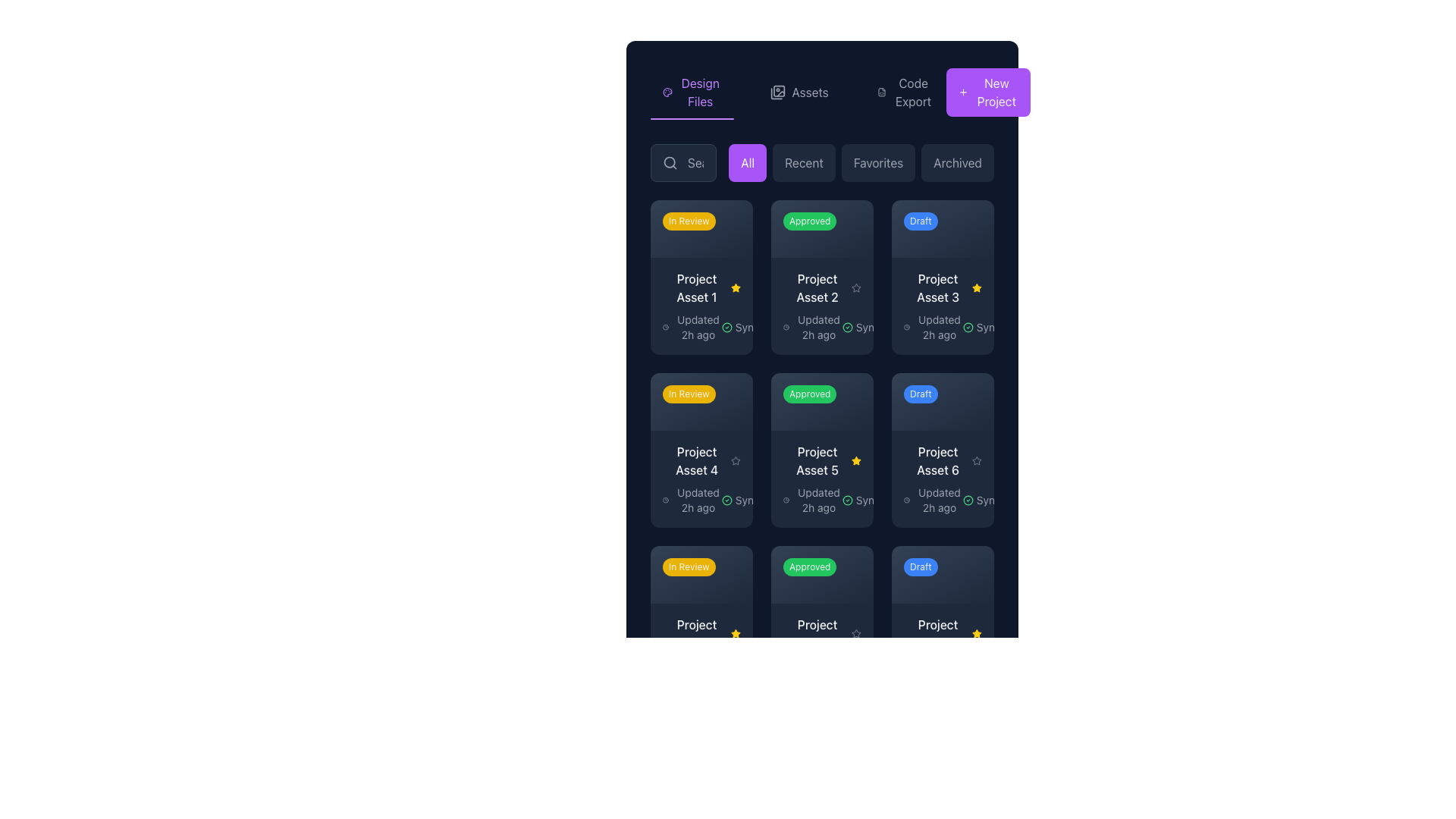  I want to click on the text display with the message 'Updated 2h ago' and a small clock icon on its left, located in the lower-left section of the 'Project Asset 5' card, so click(811, 500).